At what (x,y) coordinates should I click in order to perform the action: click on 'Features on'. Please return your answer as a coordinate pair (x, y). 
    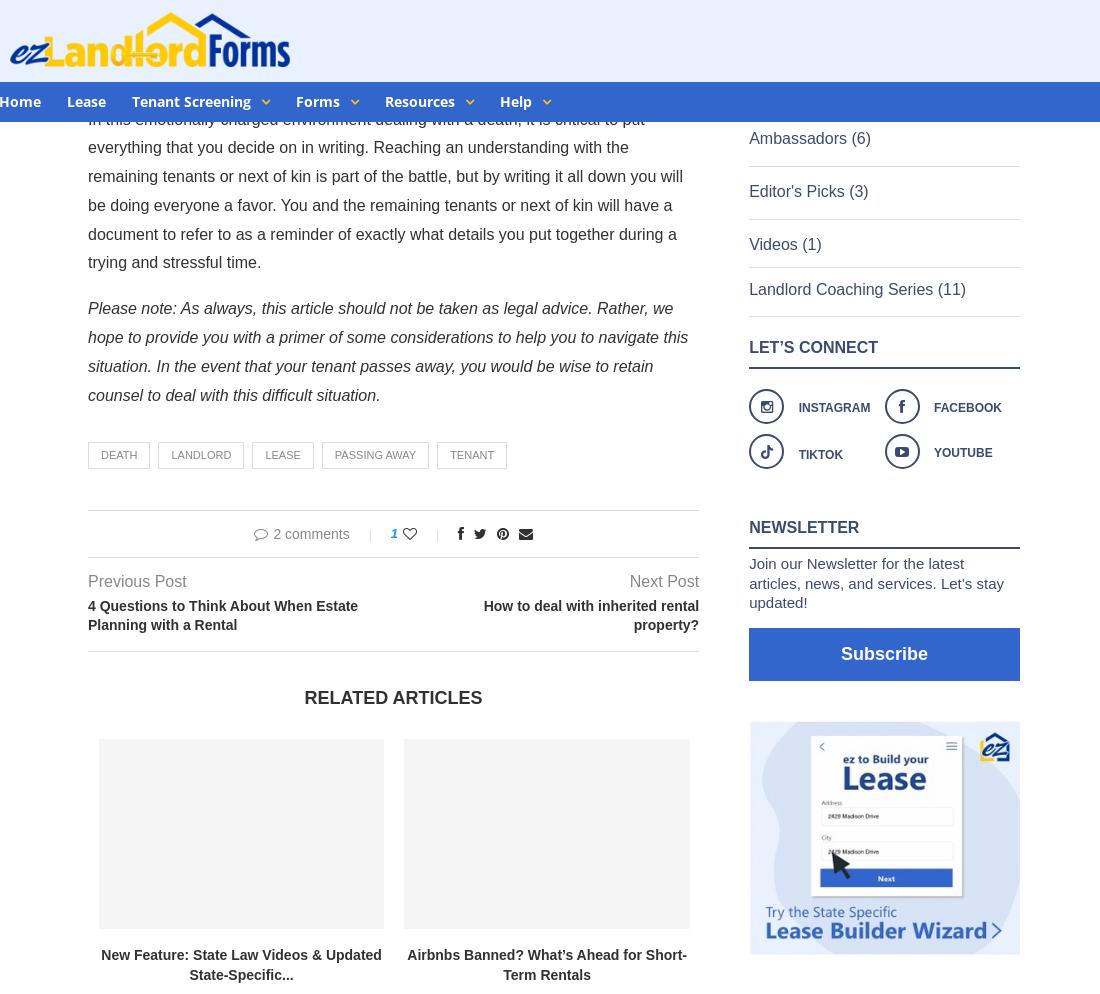
    Looking at the image, I should click on (549, 357).